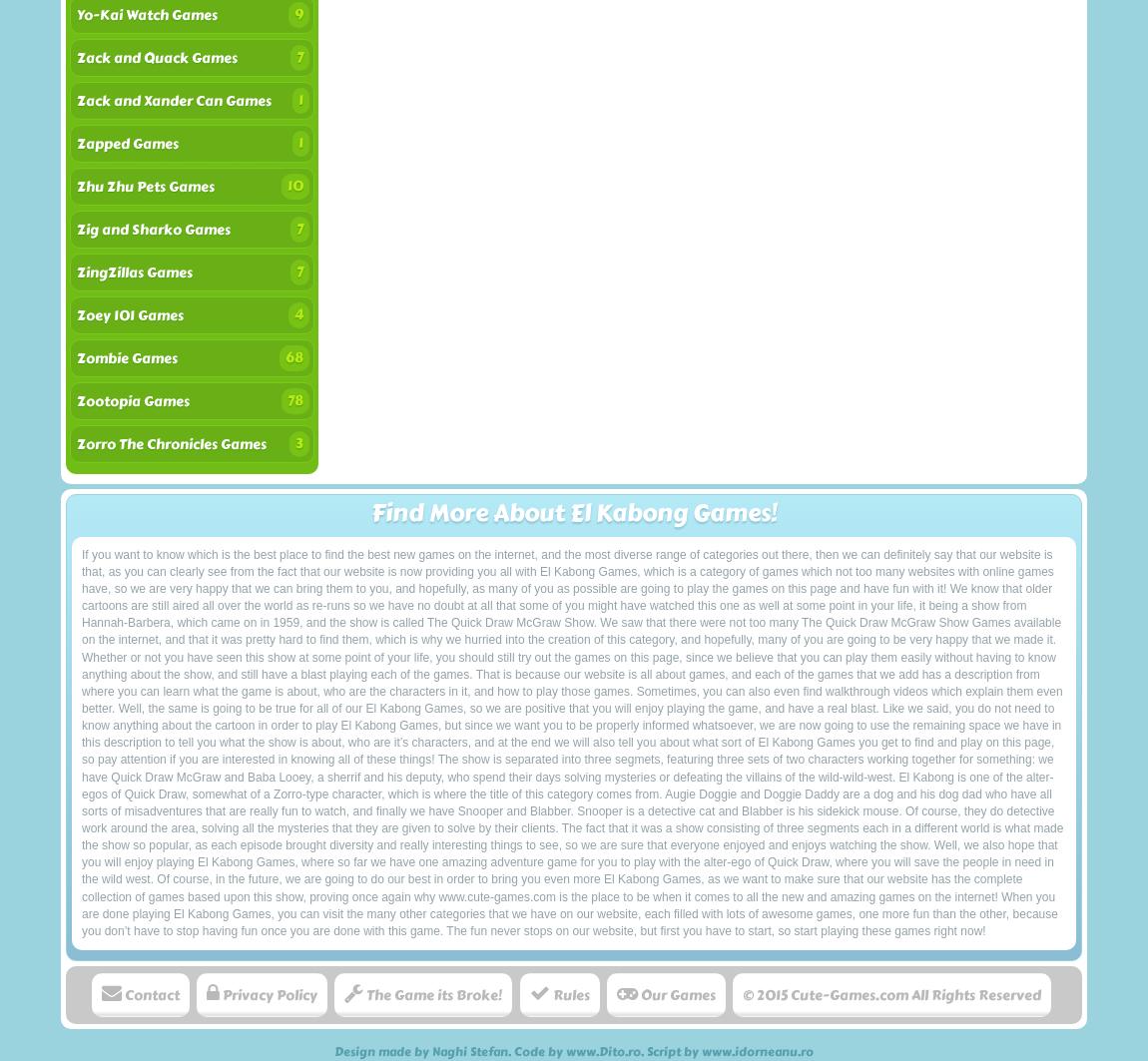 Image resolution: width=1148 pixels, height=1061 pixels. What do you see at coordinates (152, 230) in the screenshot?
I see `'Zig and Sharko Games'` at bounding box center [152, 230].